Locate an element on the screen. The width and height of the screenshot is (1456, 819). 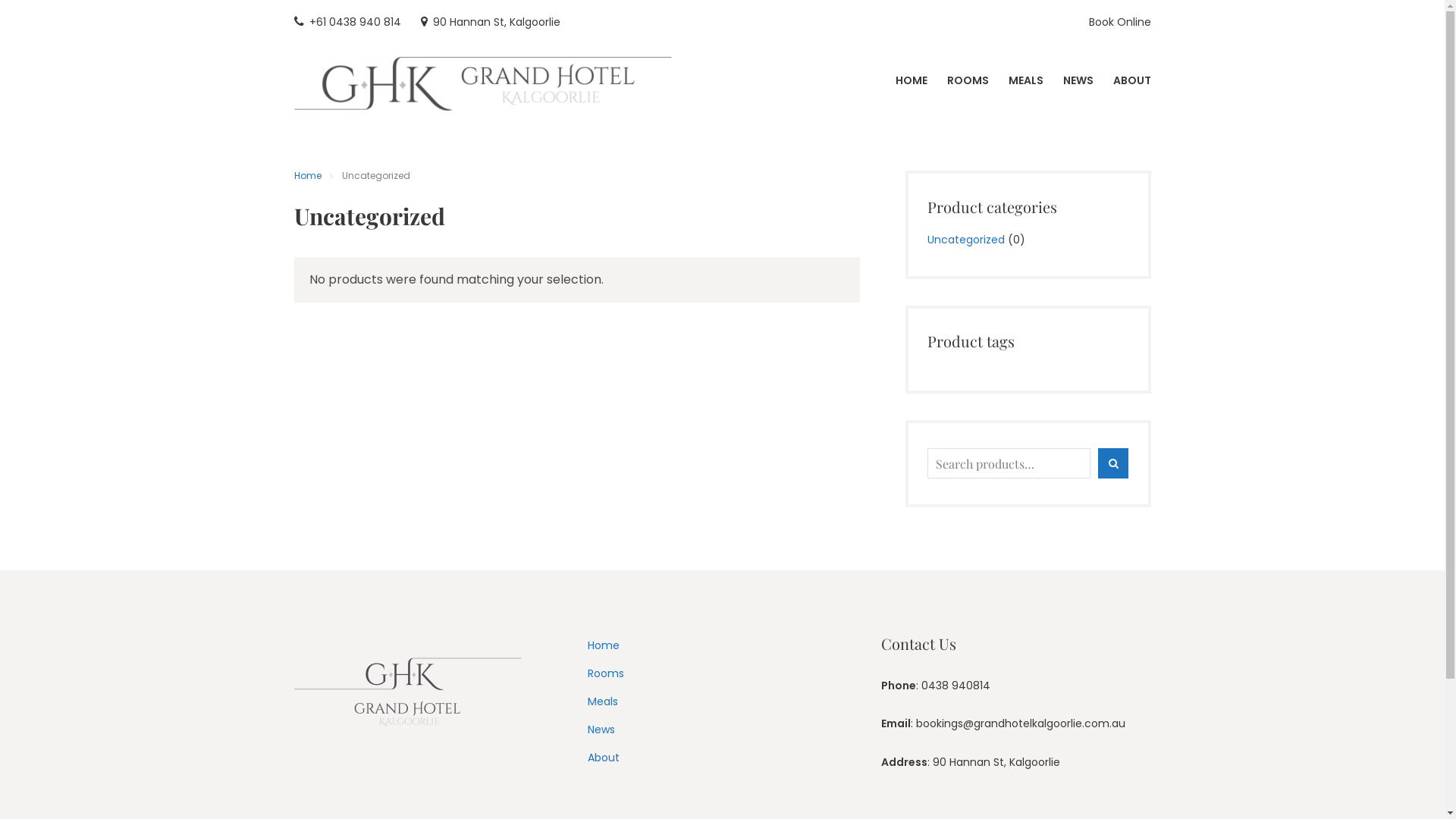
'Search' is located at coordinates (1099, 463).